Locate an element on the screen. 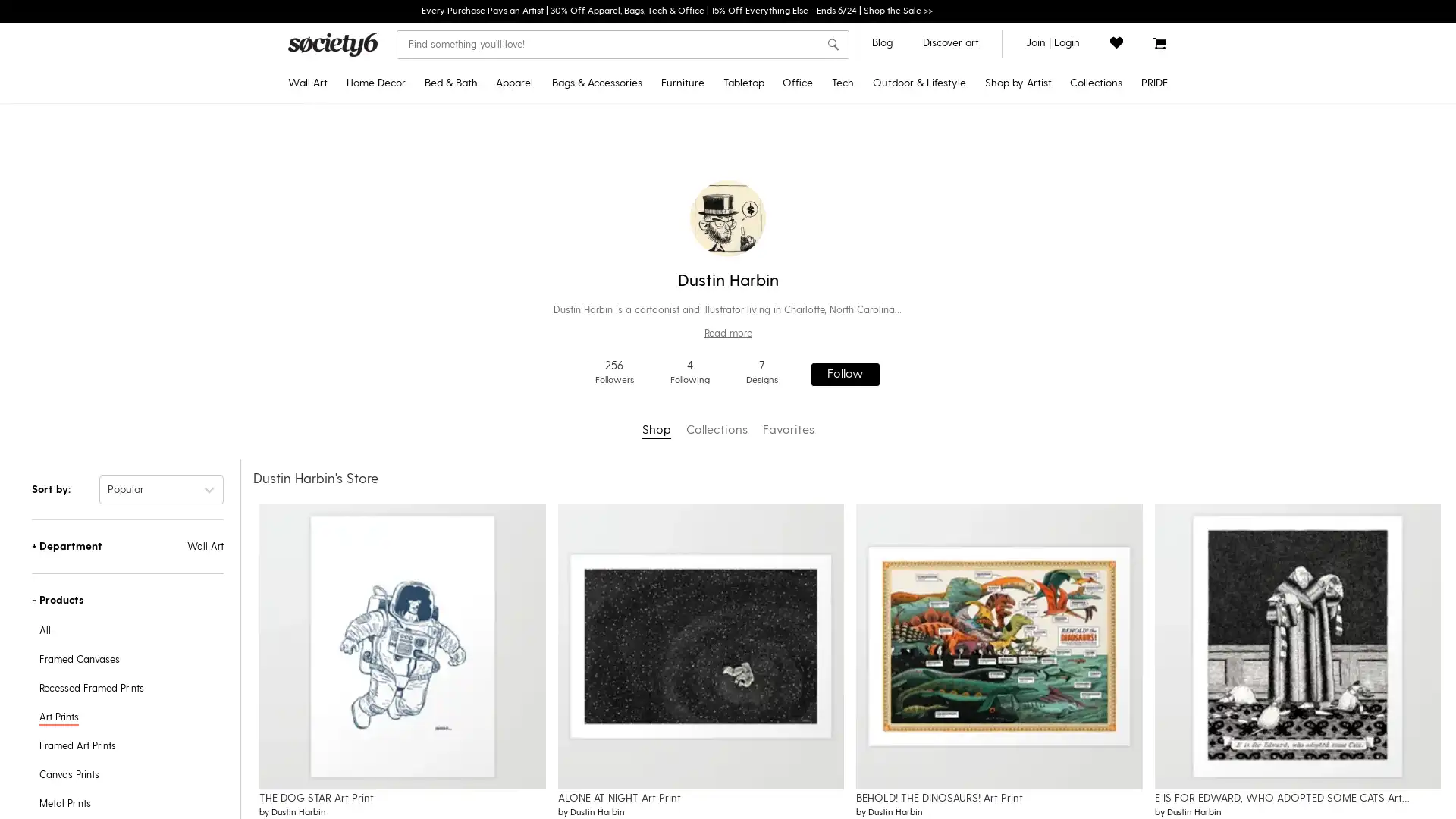  Metal Prints is located at coordinates (356, 315).